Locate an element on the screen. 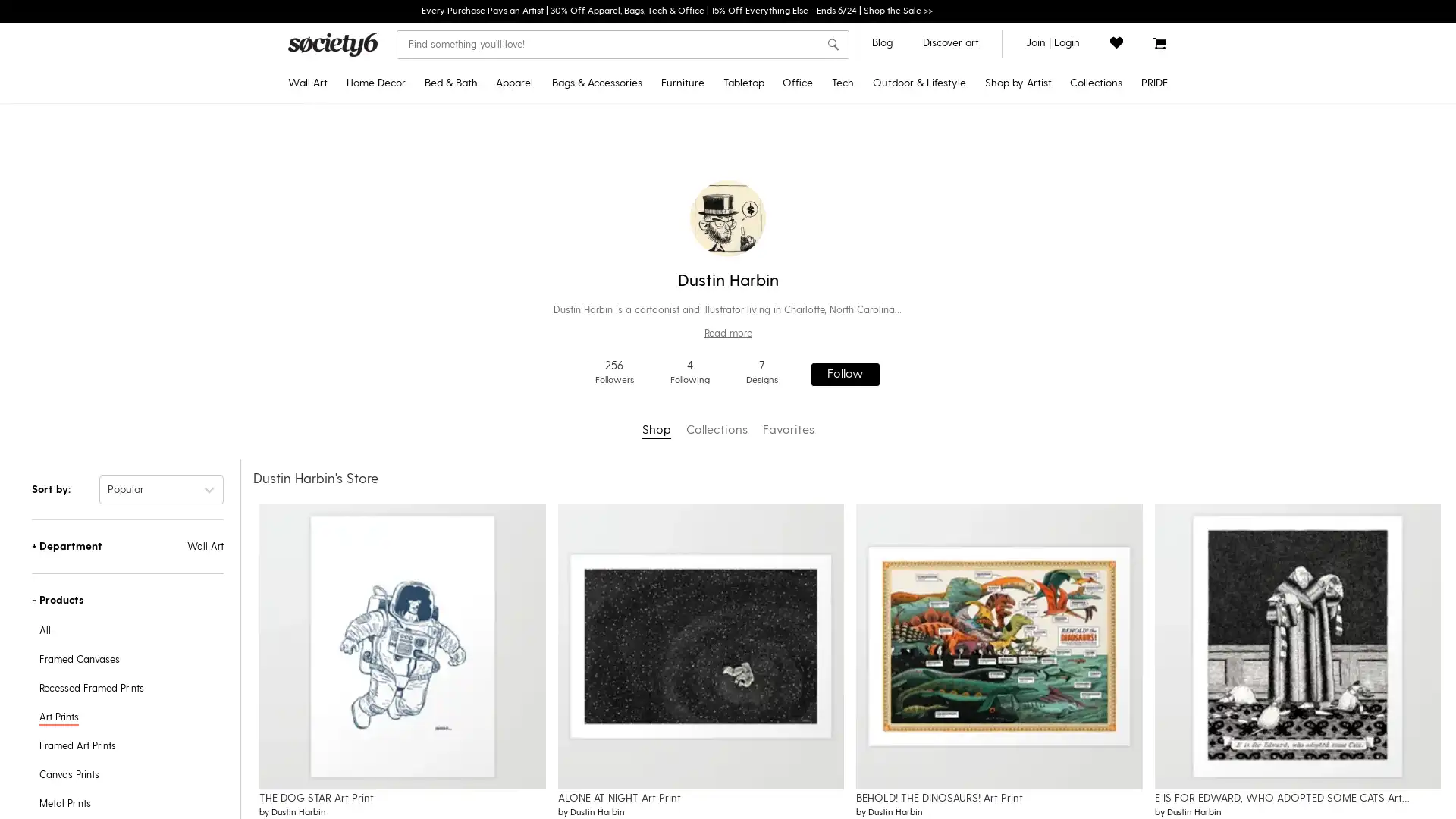  Metal Prints is located at coordinates (356, 315).